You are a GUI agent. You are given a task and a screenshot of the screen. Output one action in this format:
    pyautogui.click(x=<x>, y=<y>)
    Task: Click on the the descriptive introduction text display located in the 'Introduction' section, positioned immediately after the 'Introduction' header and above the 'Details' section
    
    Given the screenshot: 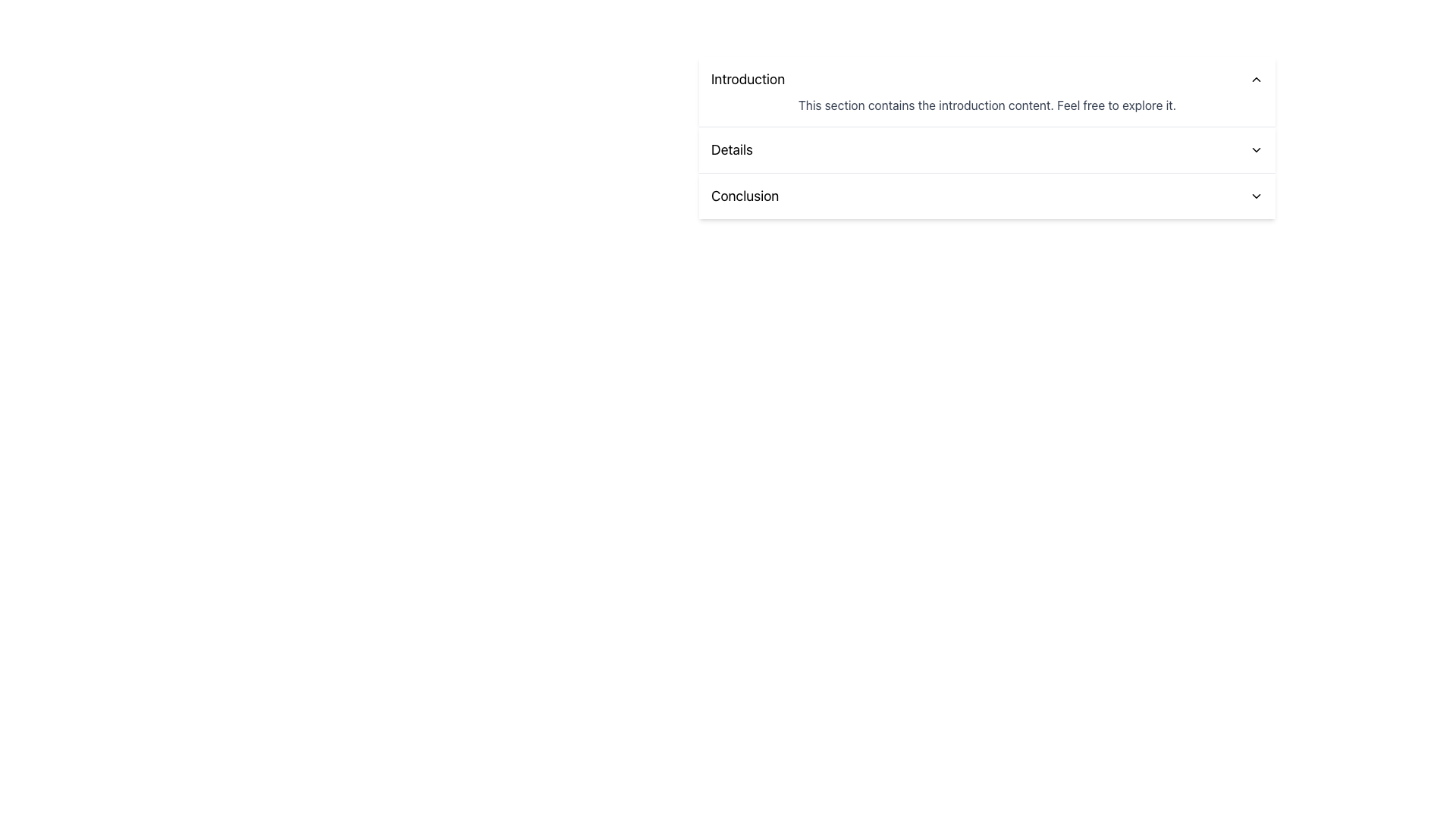 What is the action you would take?
    pyautogui.click(x=987, y=104)
    